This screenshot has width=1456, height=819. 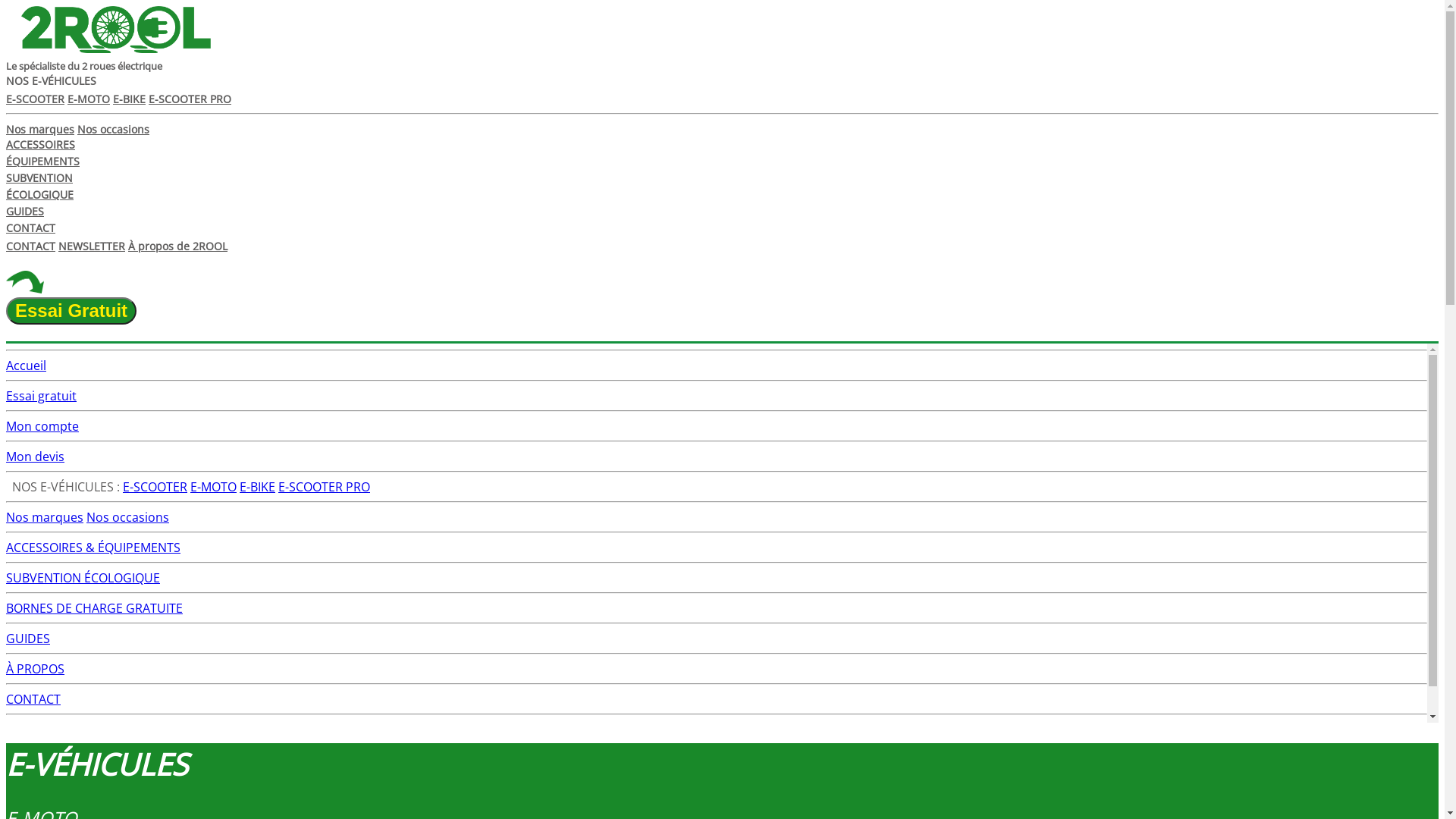 What do you see at coordinates (41, 394) in the screenshot?
I see `'Essai gratuit'` at bounding box center [41, 394].